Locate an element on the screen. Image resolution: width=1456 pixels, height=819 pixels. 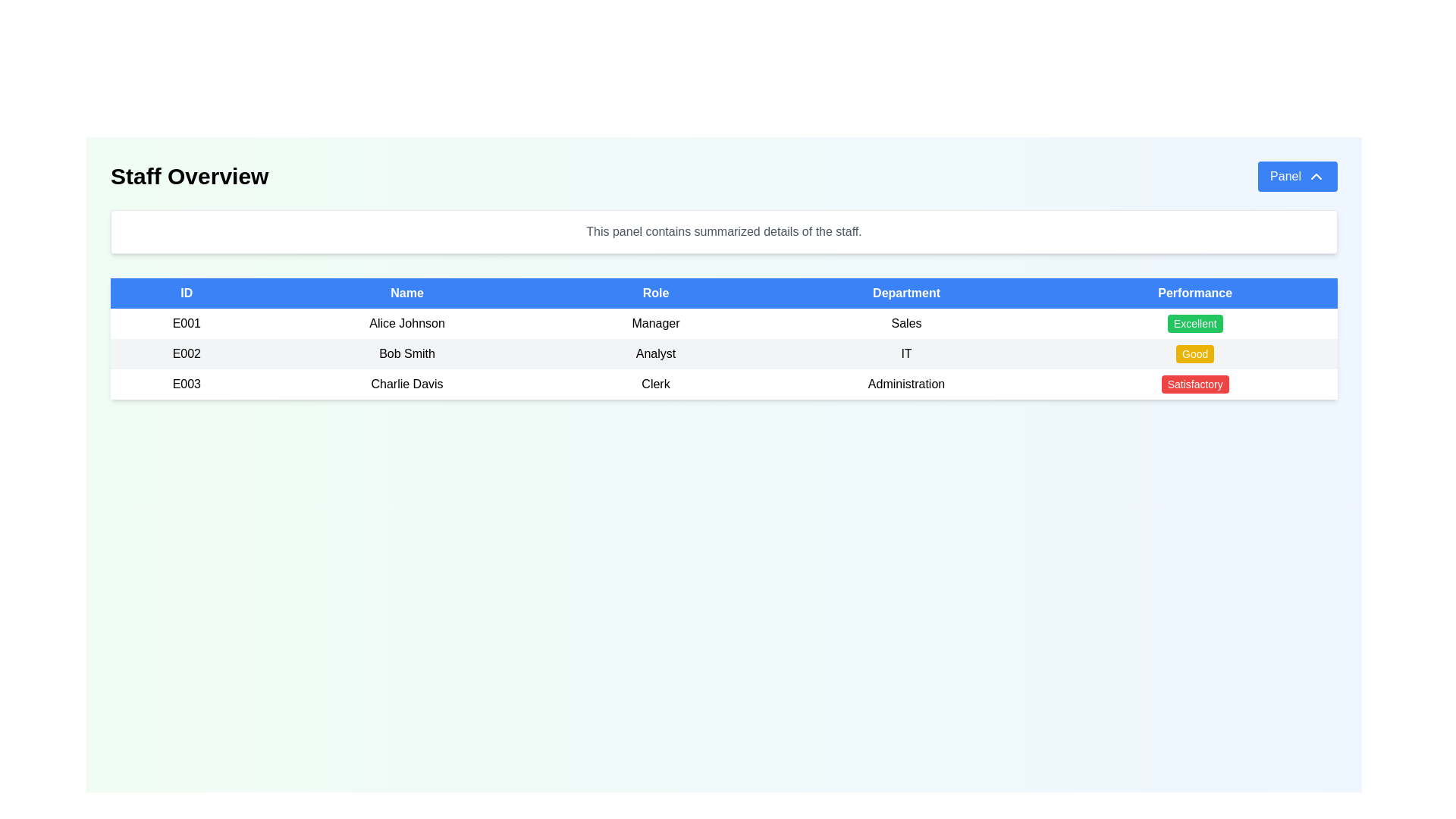
information displayed in the 'Sales' label, which is located in the 'Department' column of the table for the row labeled 'E001' associated with 'Alice Johnson' is located at coordinates (906, 323).